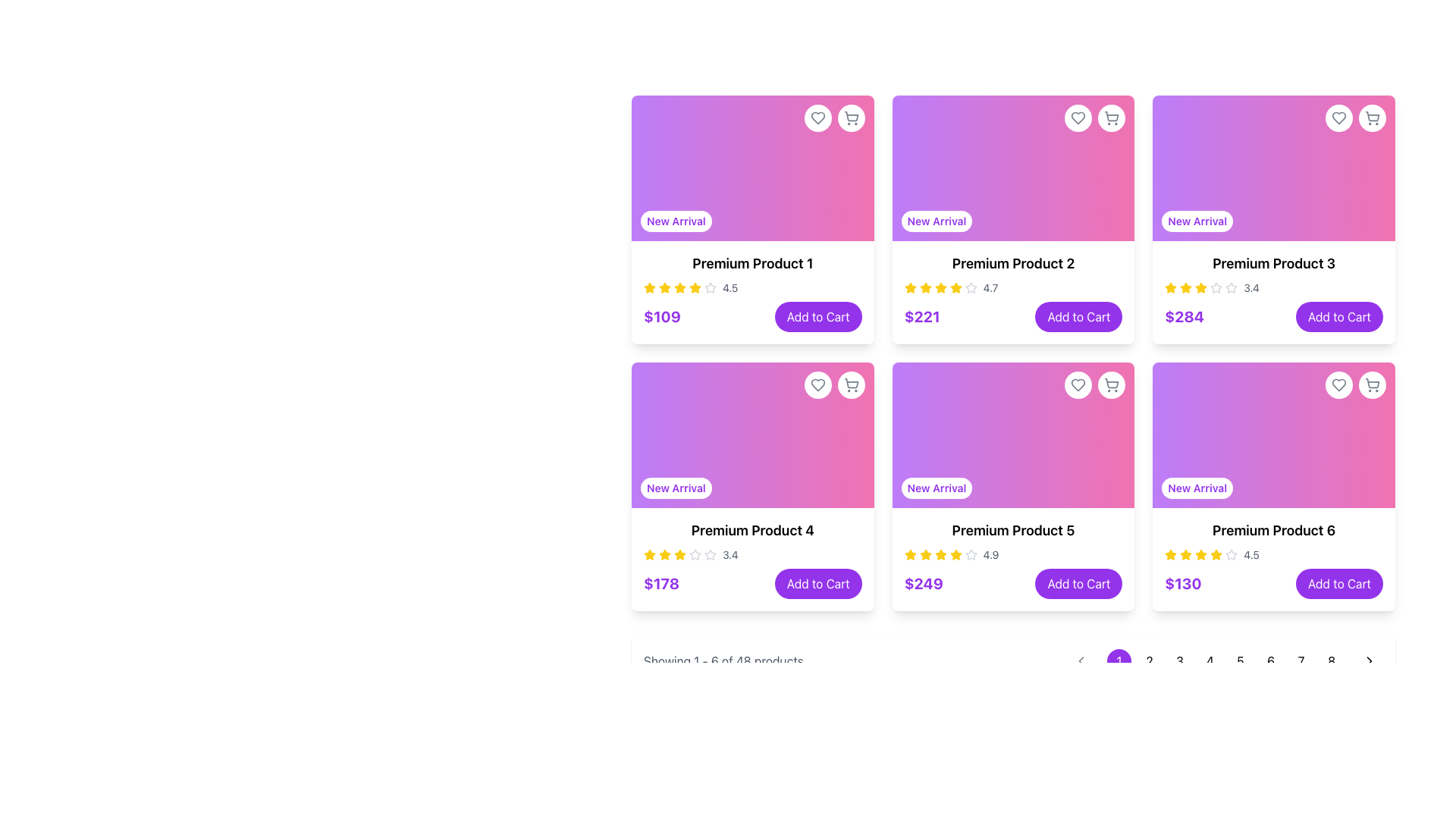 This screenshot has width=1456, height=819. What do you see at coordinates (936, 488) in the screenshot?
I see `the 'New Arrival' label with rounded corners and bold, purple font located in the bottom-left corner of the fifth product card` at bounding box center [936, 488].